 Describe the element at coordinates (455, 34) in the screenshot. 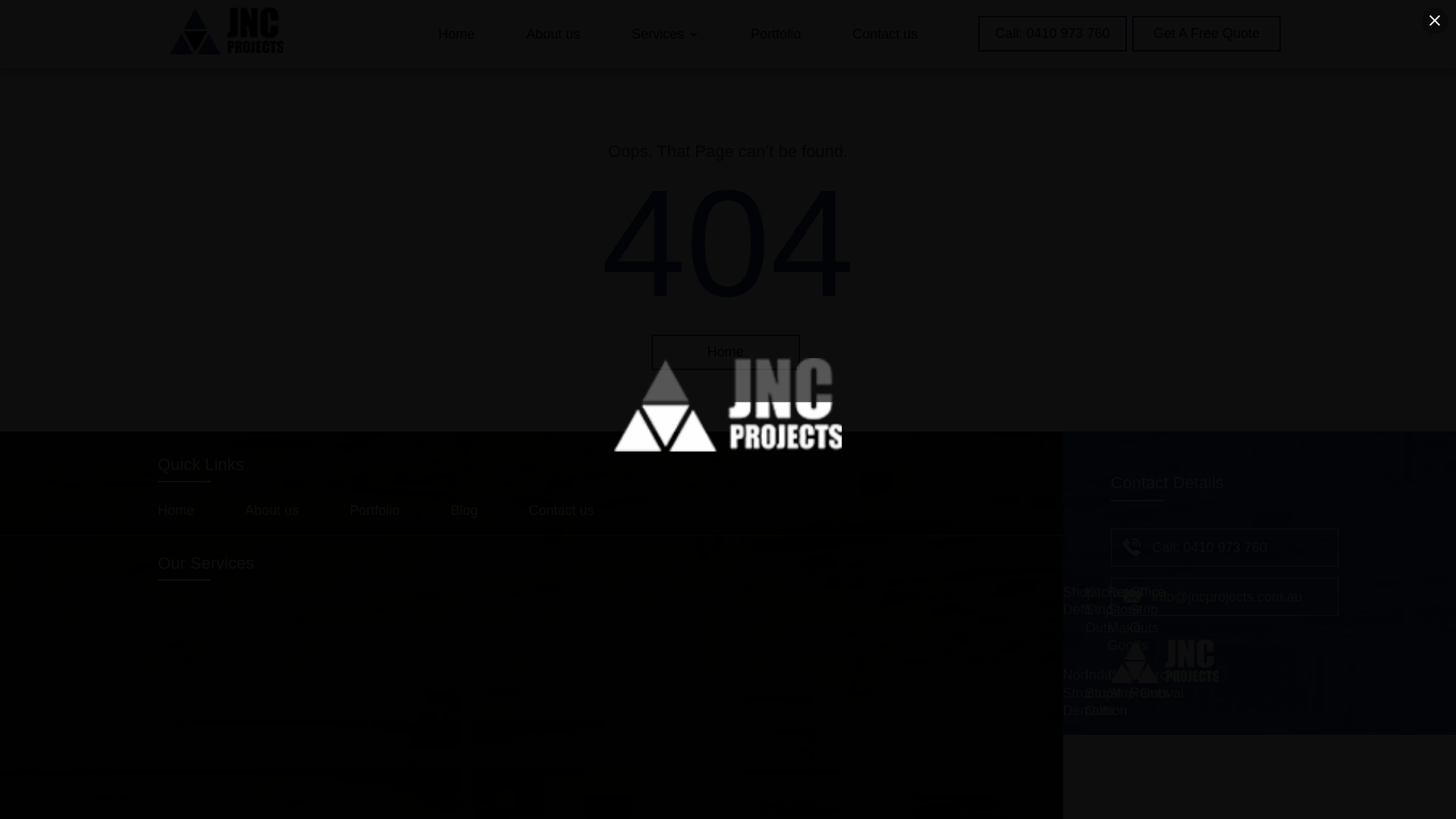

I see `'Home'` at that location.